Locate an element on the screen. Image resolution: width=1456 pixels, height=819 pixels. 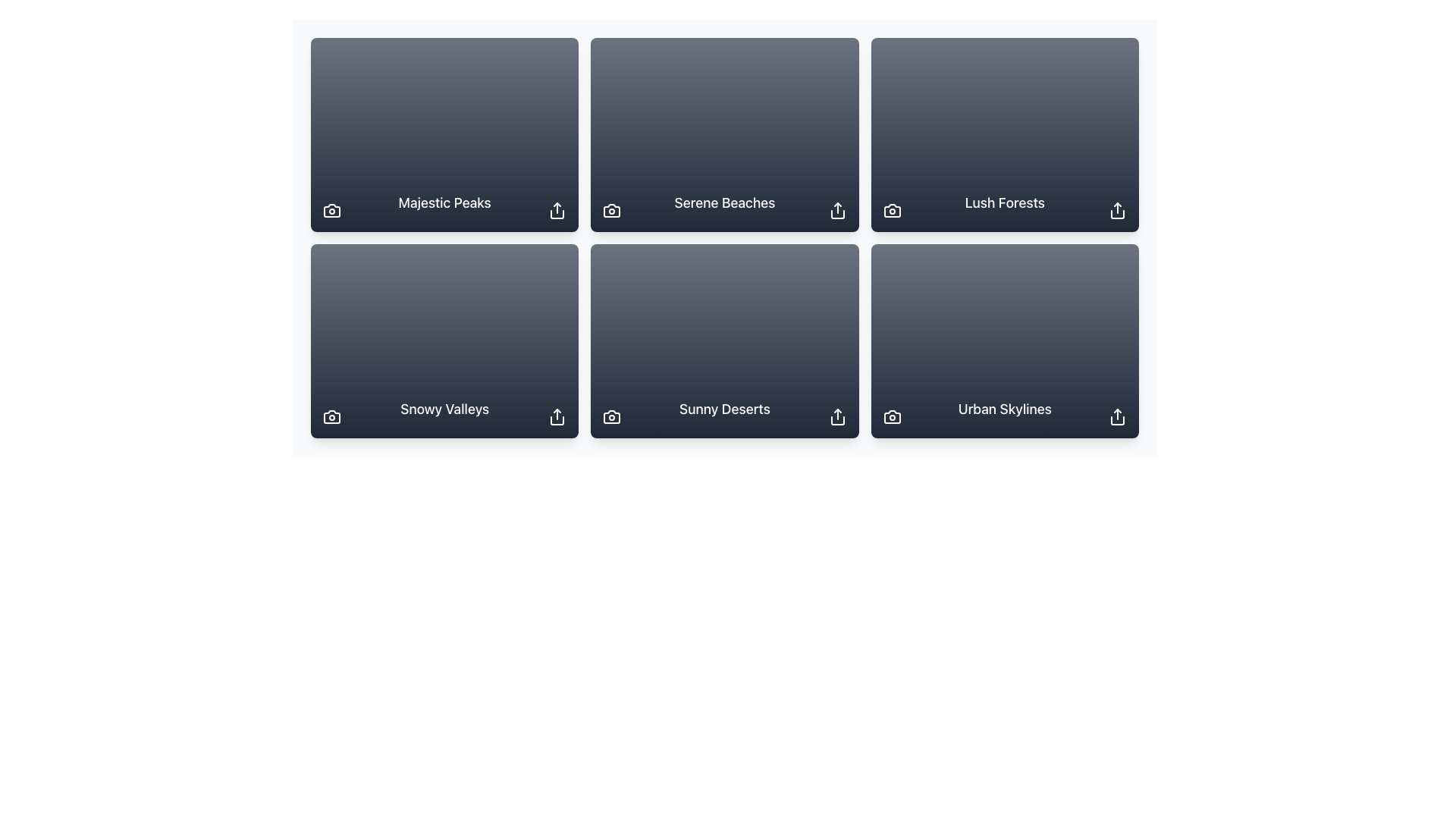
the share icon located at the bottom-right corner of the 'Urban Skylines' card to initiate sharing is located at coordinates (1117, 417).